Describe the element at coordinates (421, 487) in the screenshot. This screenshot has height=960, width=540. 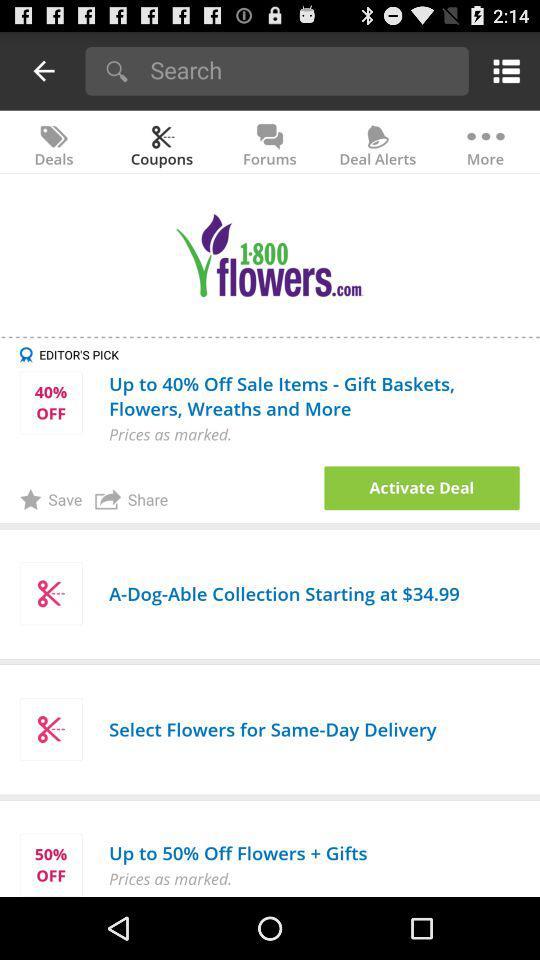
I see `item next to the share` at that location.